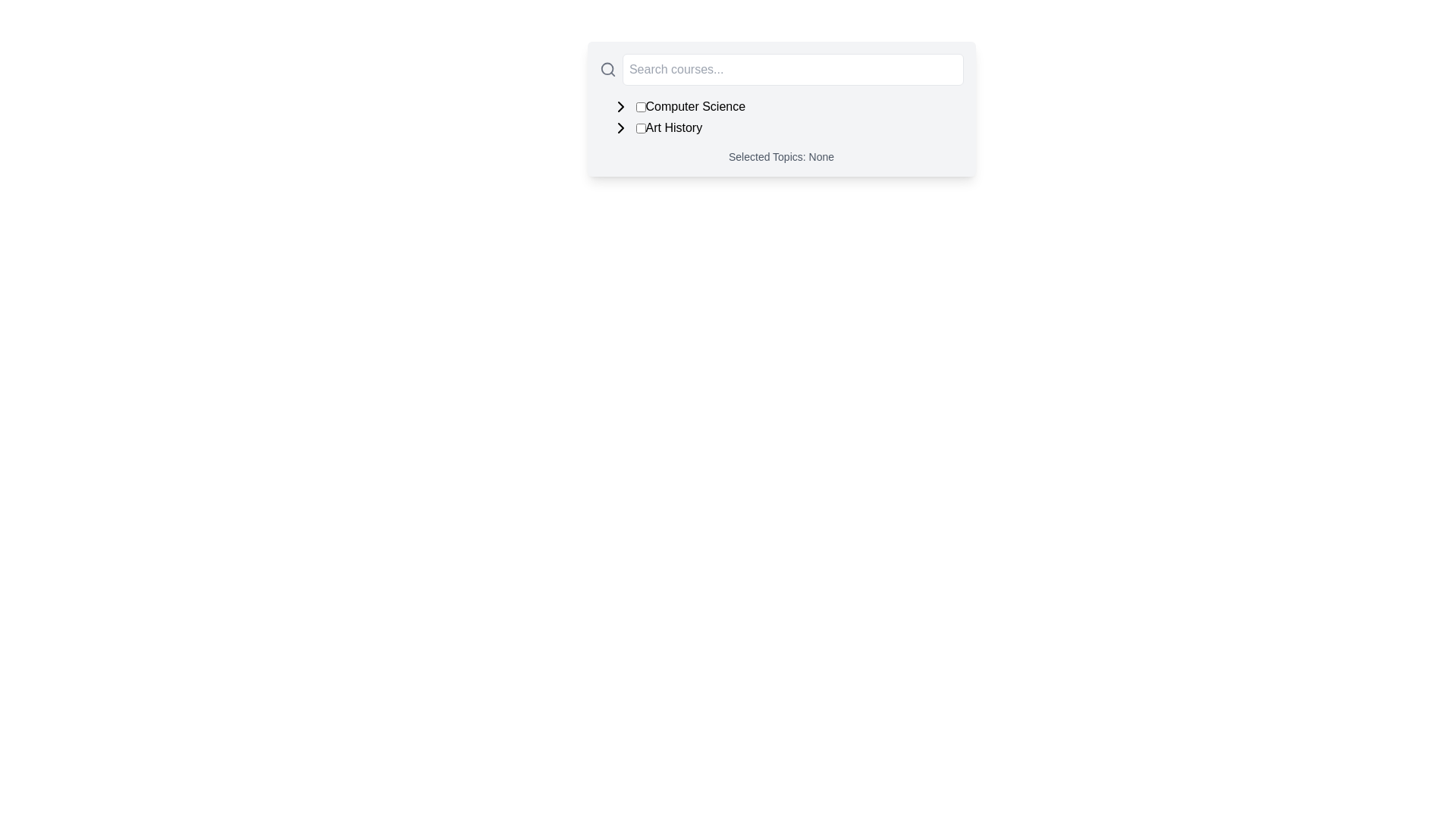 The height and width of the screenshot is (819, 1456). Describe the element at coordinates (620, 127) in the screenshot. I see `the right-facing chevron icon located to the left of the 'Art History' text label` at that location.